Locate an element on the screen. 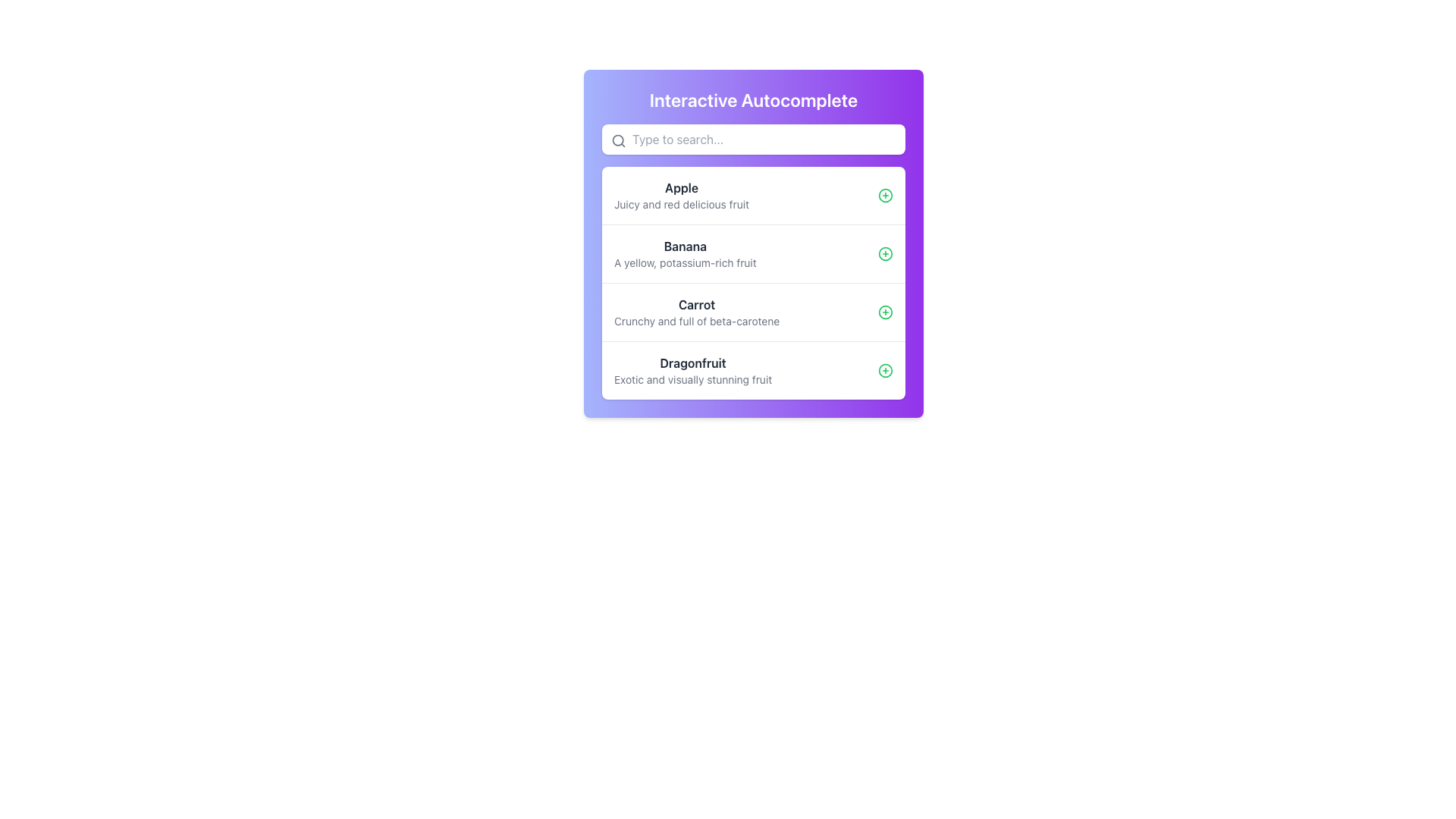 Image resolution: width=1456 pixels, height=819 pixels. the icon that represents the action to add the 'Carrot' item to a selection, located in the third item under the header 'Interactive Autocomplete' is located at coordinates (885, 312).